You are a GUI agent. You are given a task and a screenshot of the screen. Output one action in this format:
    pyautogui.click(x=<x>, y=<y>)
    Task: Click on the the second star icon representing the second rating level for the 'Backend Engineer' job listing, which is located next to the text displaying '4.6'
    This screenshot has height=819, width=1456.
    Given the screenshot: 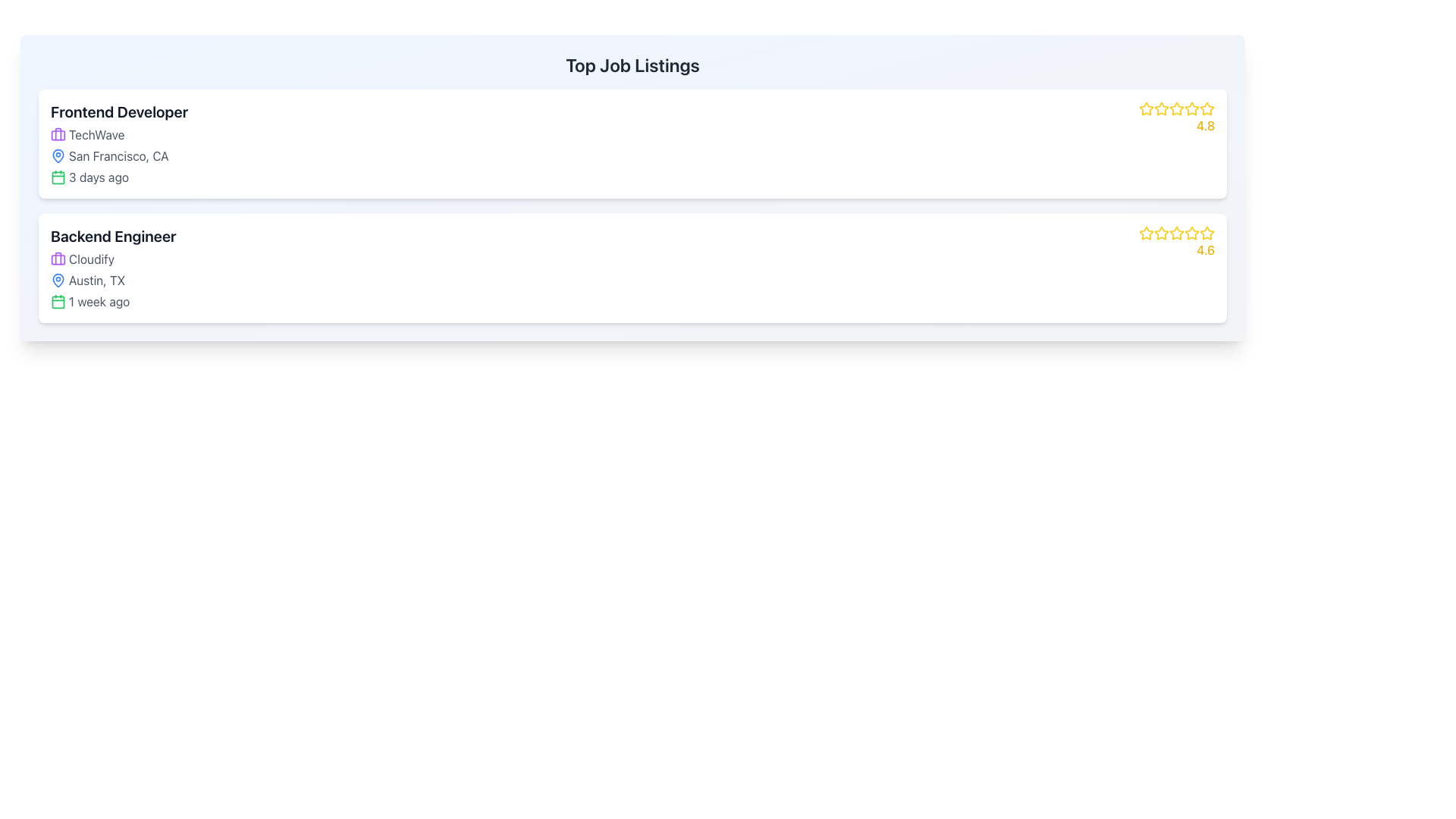 What is the action you would take?
    pyautogui.click(x=1160, y=233)
    